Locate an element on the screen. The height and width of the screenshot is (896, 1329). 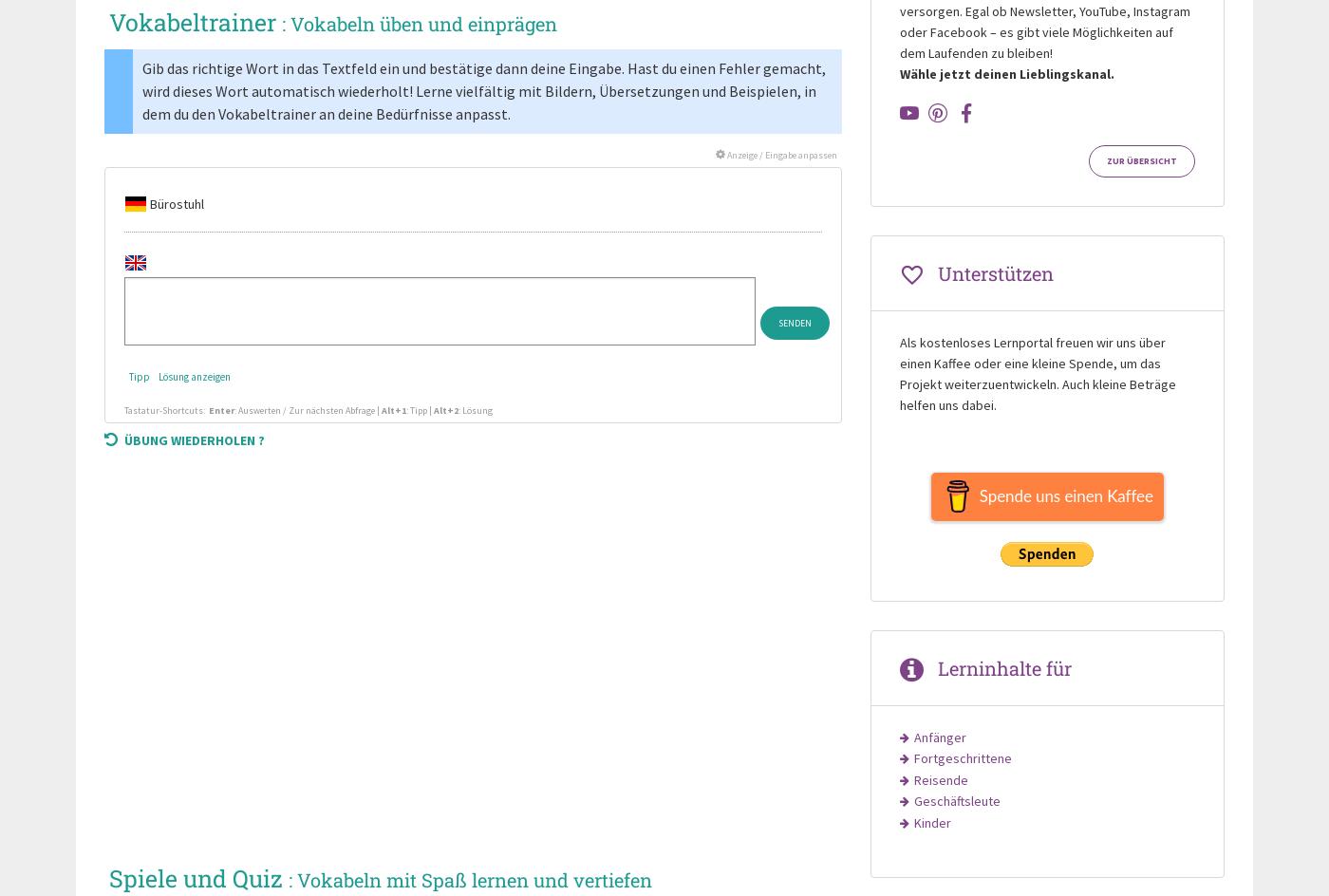
'Bürostuhl' is located at coordinates (175, 203).